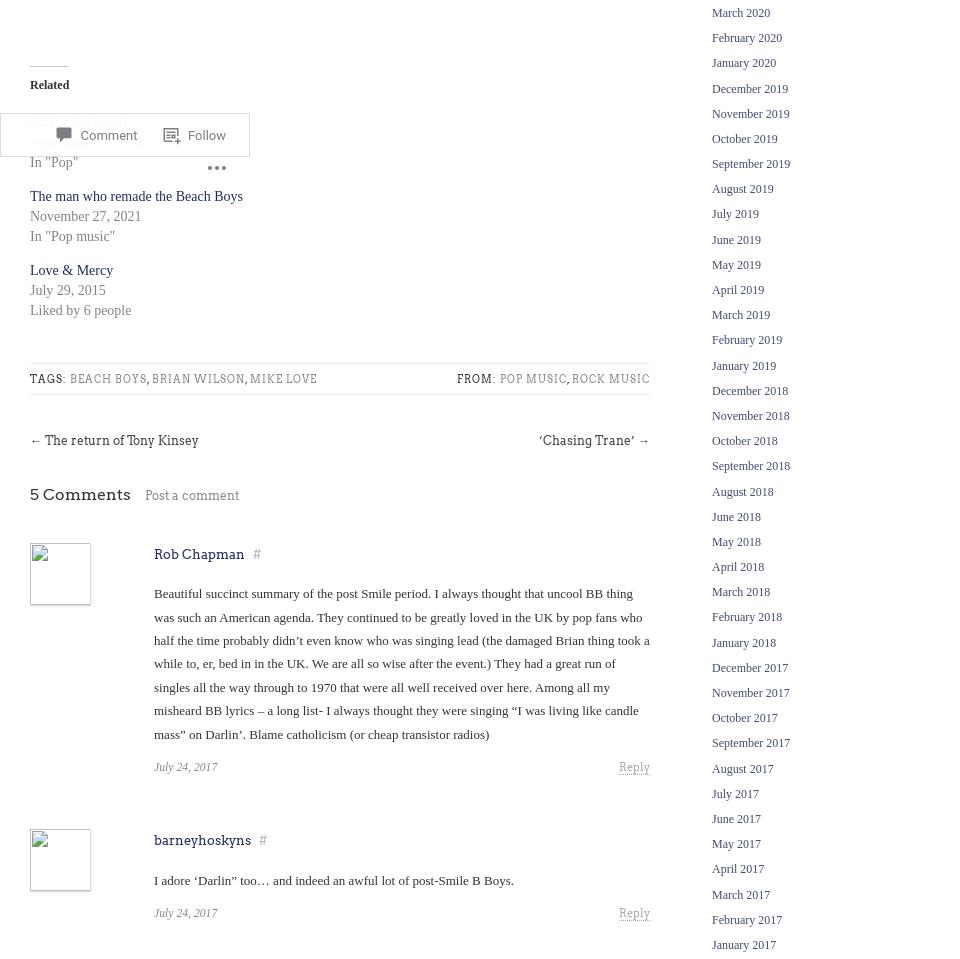 This screenshot has height=959, width=960. Describe the element at coordinates (743, 641) in the screenshot. I see `'January 2018'` at that location.